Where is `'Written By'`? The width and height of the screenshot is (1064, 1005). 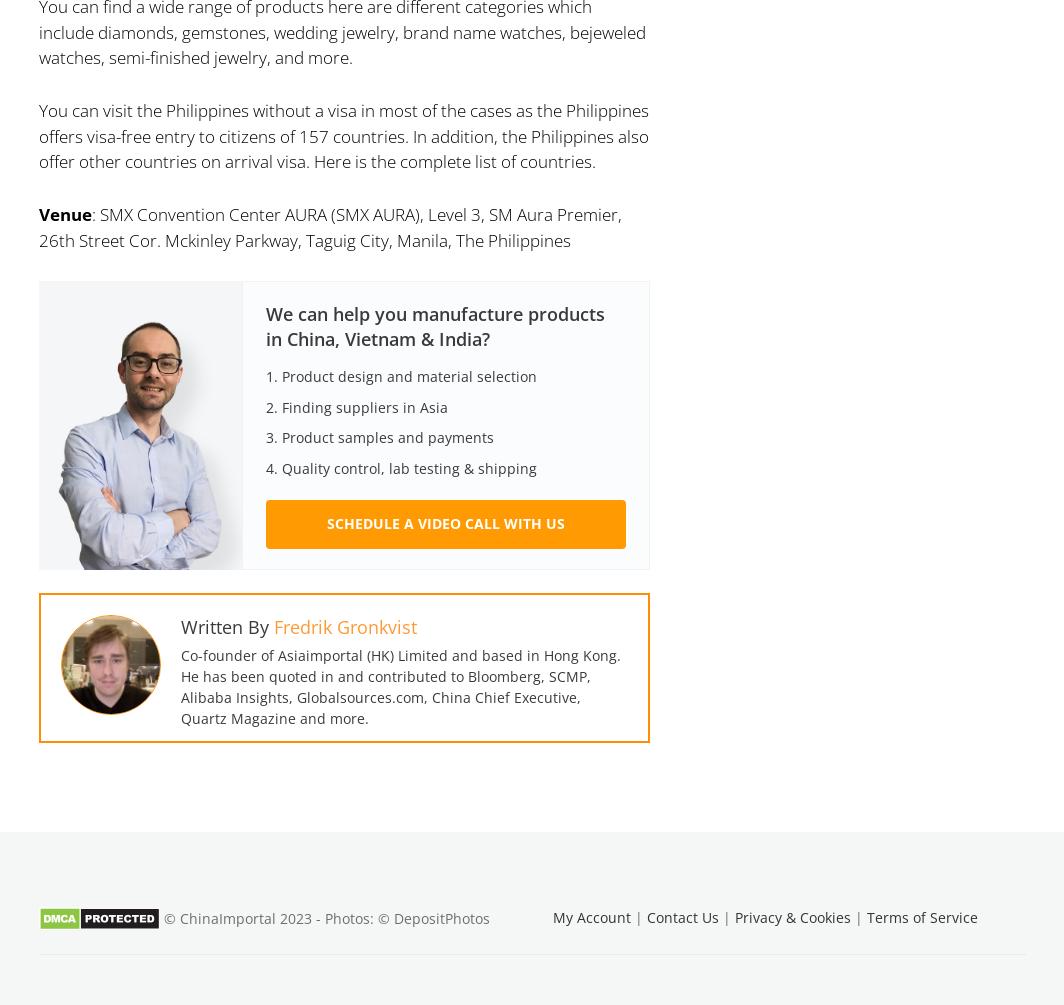
'Written By' is located at coordinates (226, 625).